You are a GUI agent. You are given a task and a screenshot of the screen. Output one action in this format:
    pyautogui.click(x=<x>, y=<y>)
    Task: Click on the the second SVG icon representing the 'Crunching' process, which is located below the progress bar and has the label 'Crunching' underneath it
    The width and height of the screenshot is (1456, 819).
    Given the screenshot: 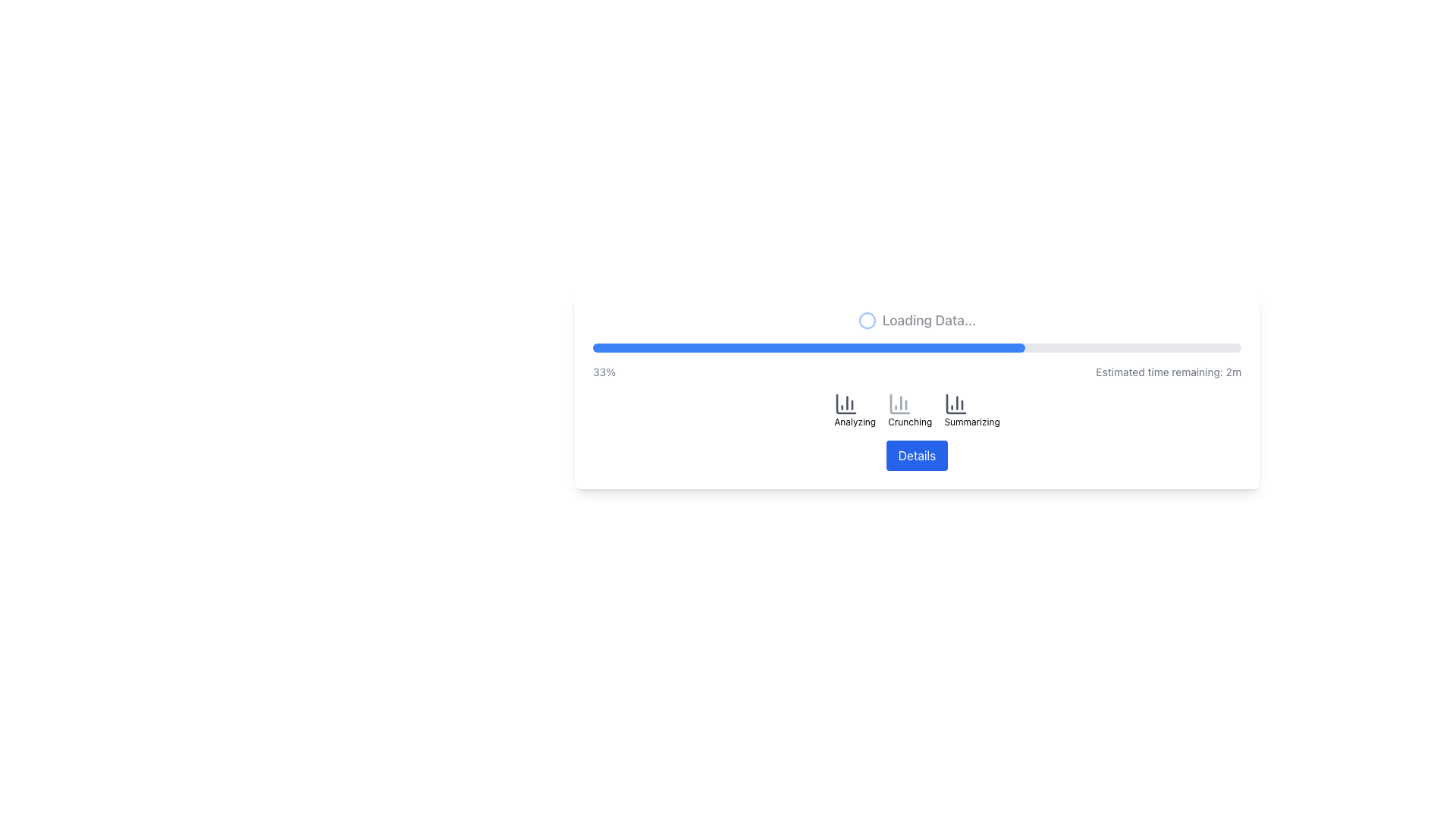 What is the action you would take?
    pyautogui.click(x=900, y=403)
    